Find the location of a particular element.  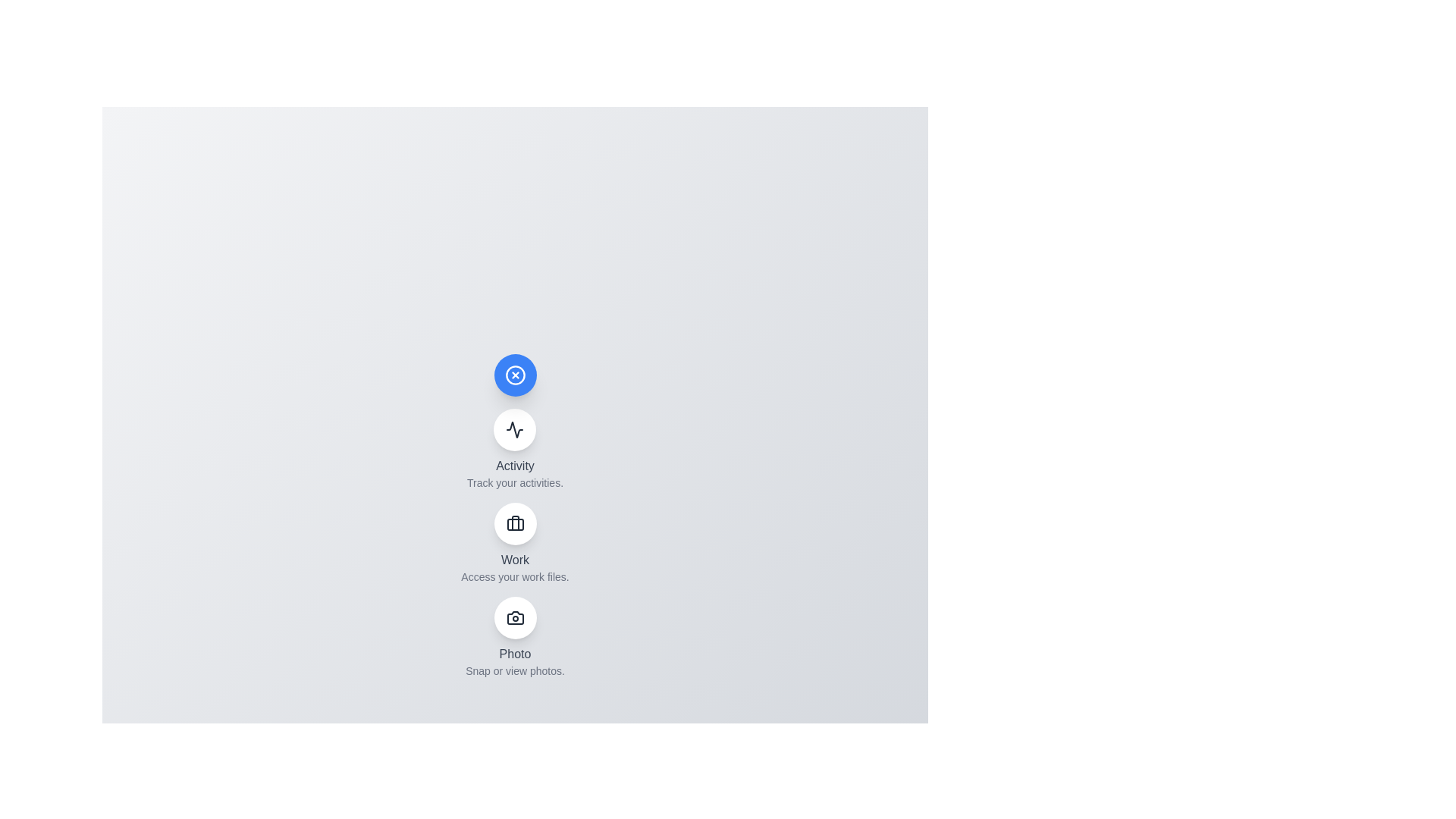

the 'Activity' button is located at coordinates (515, 430).